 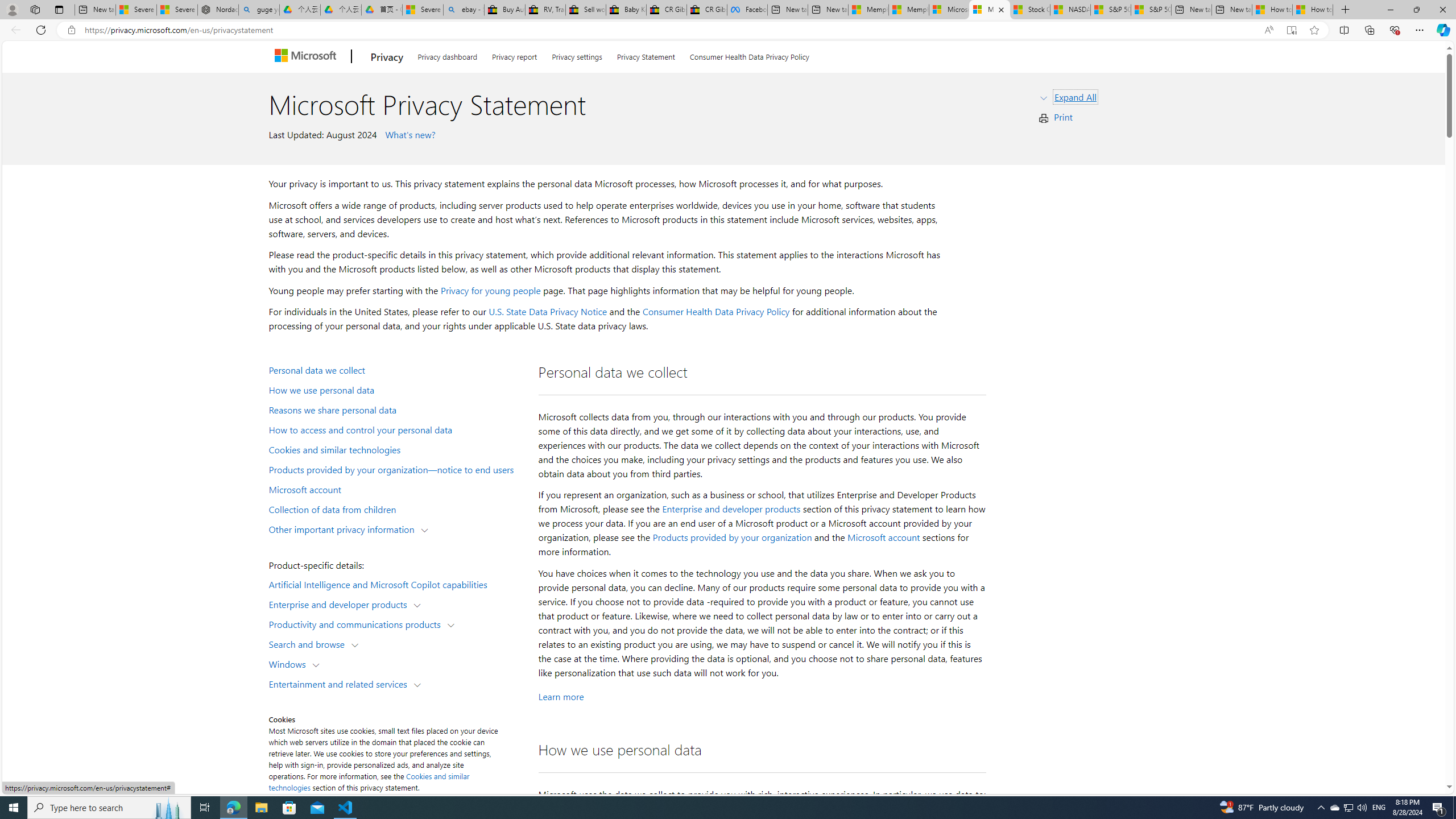 What do you see at coordinates (396, 508) in the screenshot?
I see `'Collection of data from children'` at bounding box center [396, 508].